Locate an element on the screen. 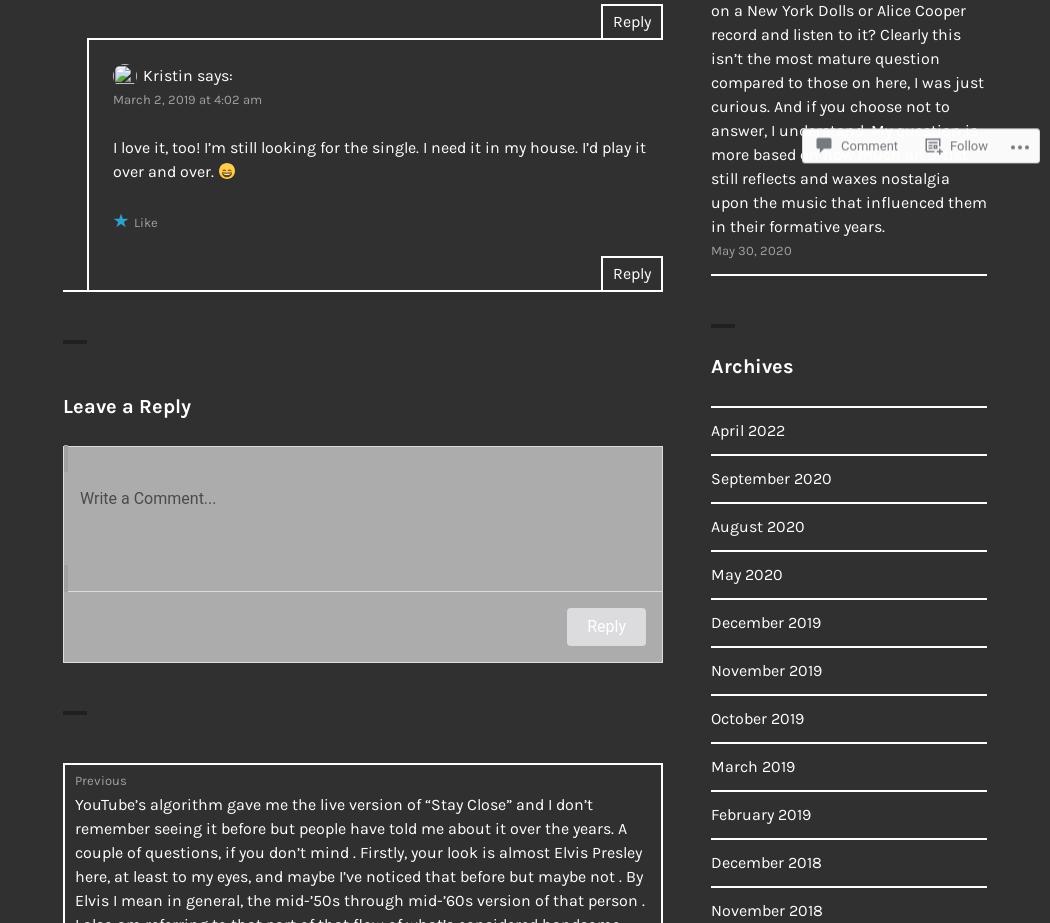 The width and height of the screenshot is (1050, 923). 'I love it, too! I’m still looking for the single. I need it in my house. I’d play it over and over.' is located at coordinates (379, 159).